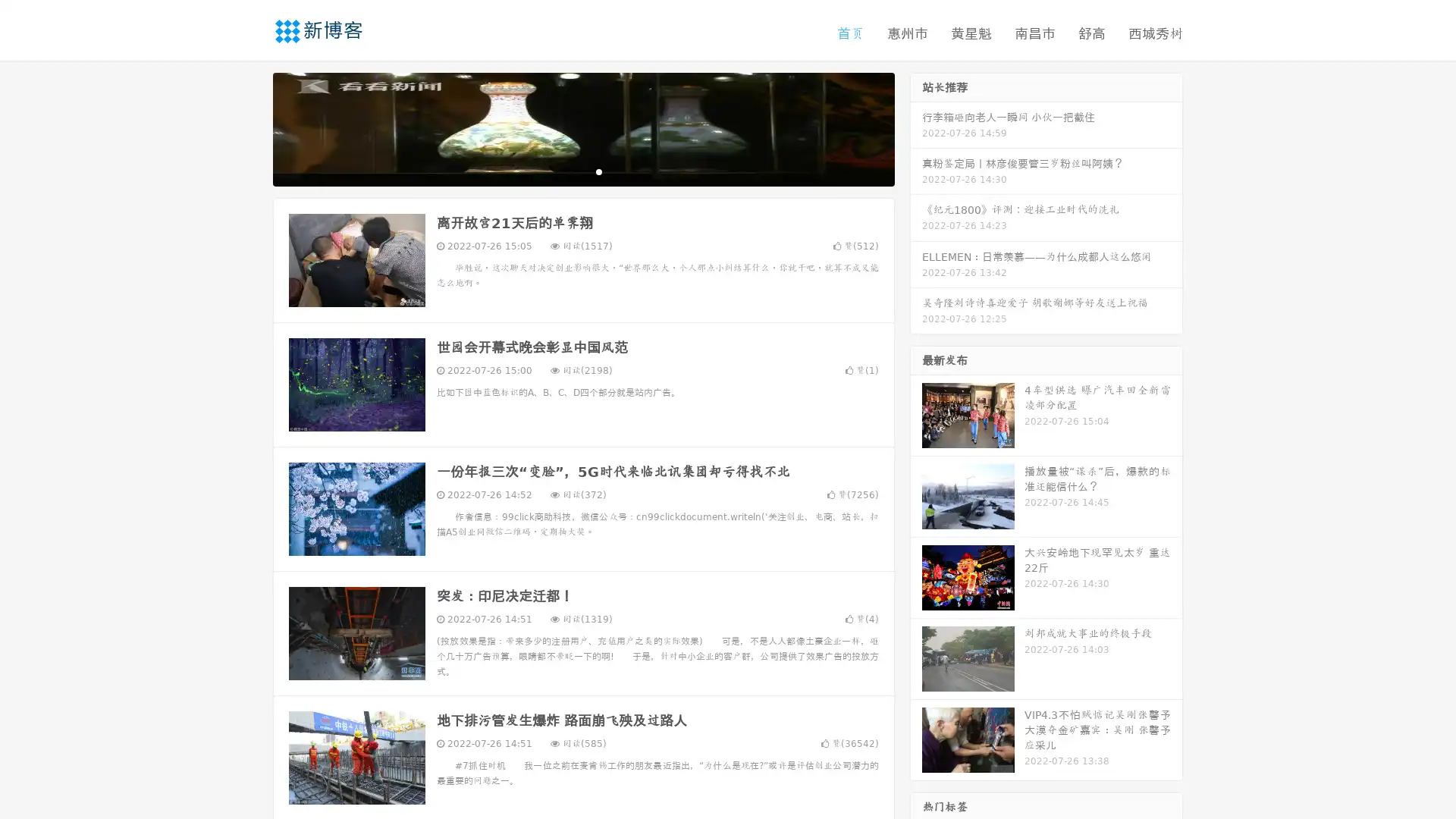 Image resolution: width=1456 pixels, height=819 pixels. Describe the element at coordinates (916, 127) in the screenshot. I see `Next slide` at that location.